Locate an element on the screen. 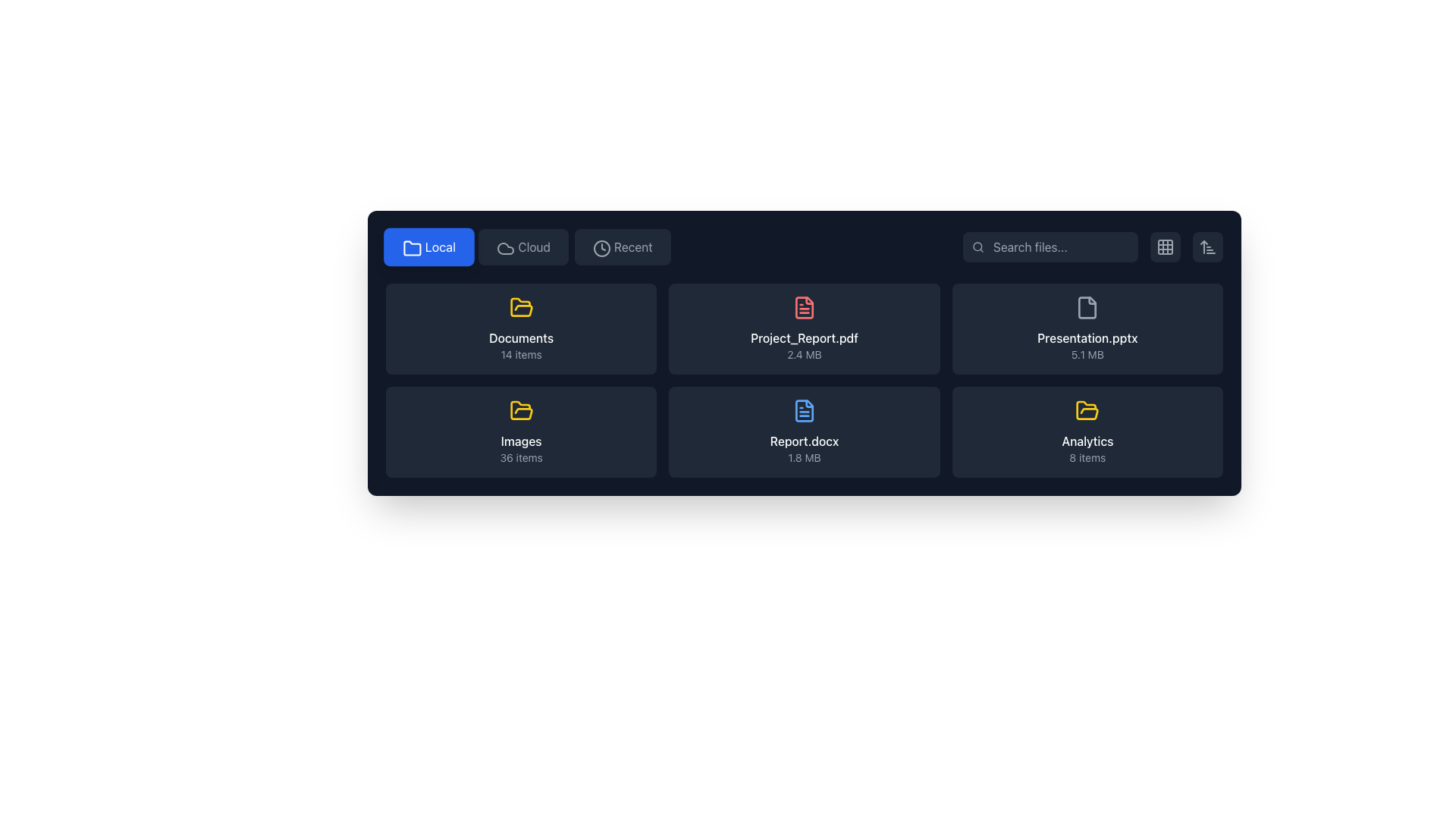  the textual information display element that shows the file name 'Presentation.pptx' and size '5.1 MB' located on the fourth card in a 2x3 tile layout is located at coordinates (1087, 345).